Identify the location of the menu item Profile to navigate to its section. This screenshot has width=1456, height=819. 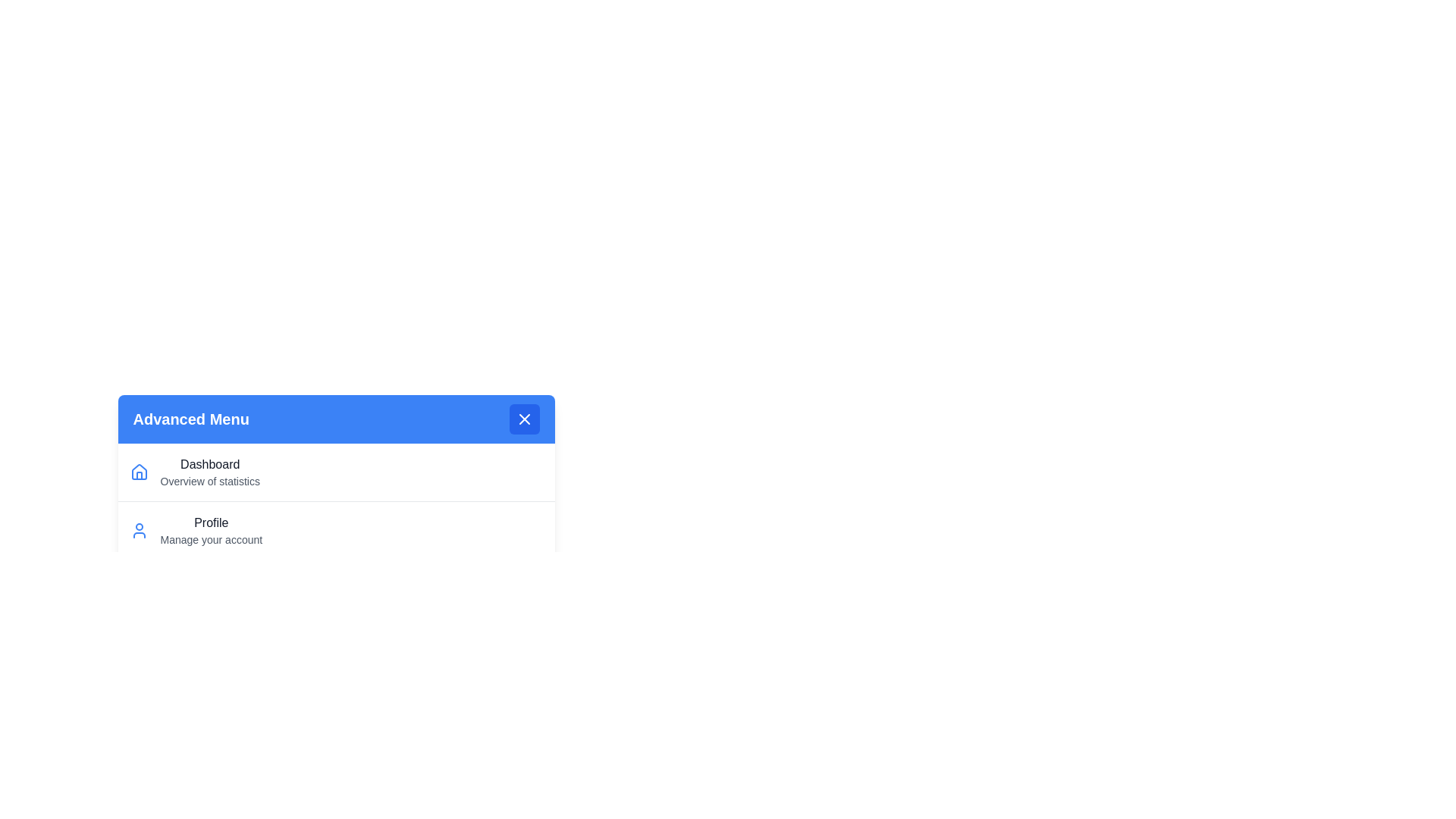
(335, 529).